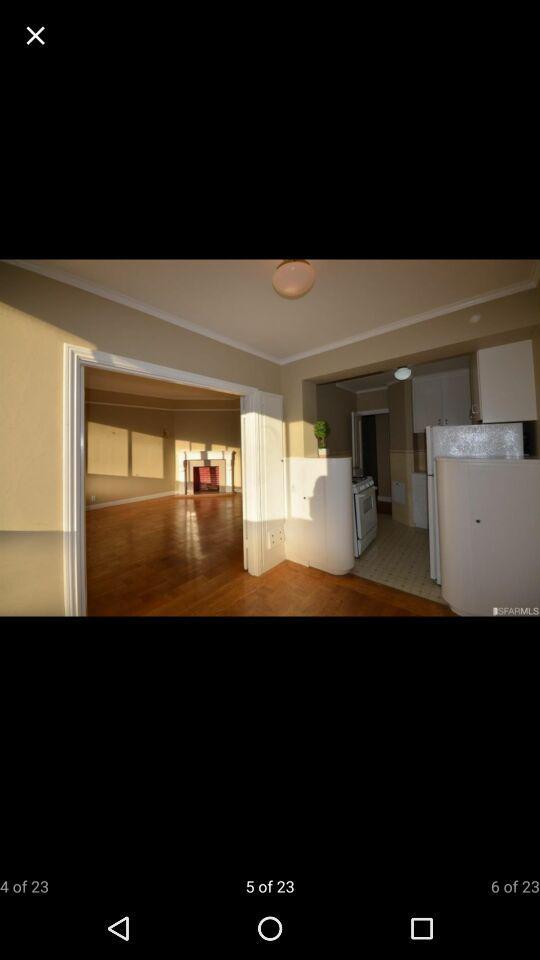 This screenshot has width=540, height=960. Describe the element at coordinates (35, 34) in the screenshot. I see `window` at that location.